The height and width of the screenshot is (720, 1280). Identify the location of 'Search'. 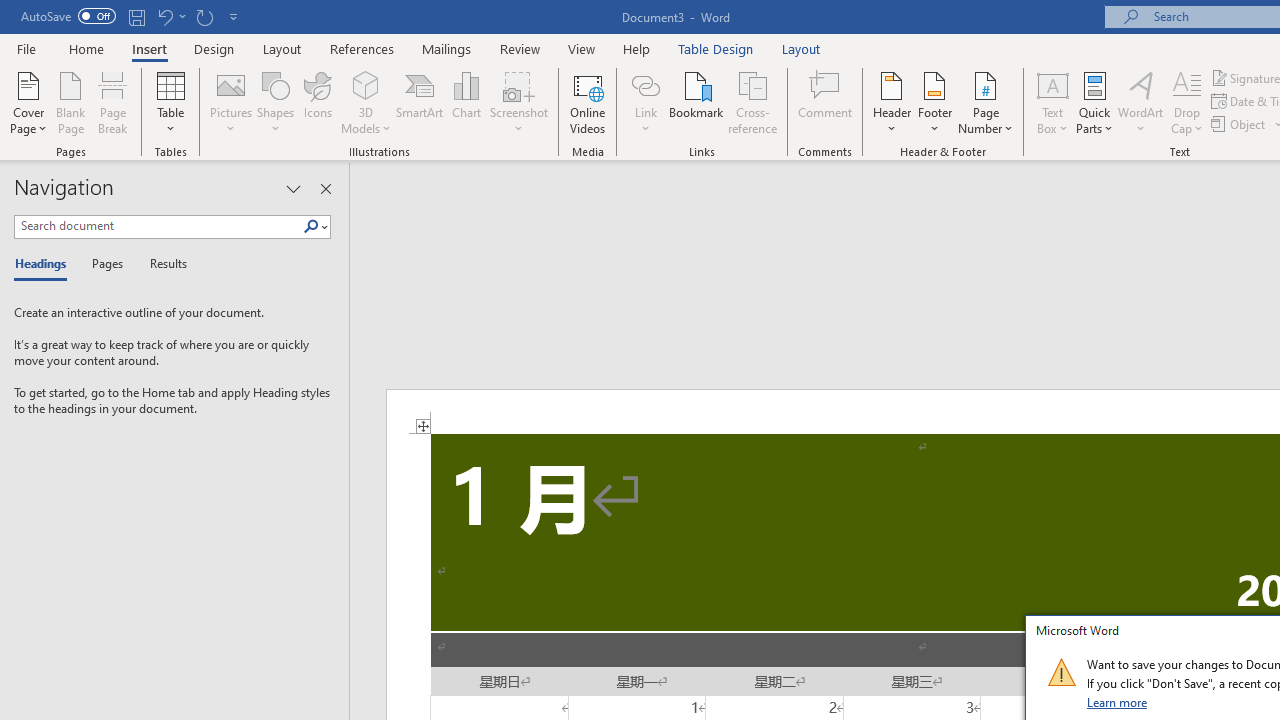
(314, 226).